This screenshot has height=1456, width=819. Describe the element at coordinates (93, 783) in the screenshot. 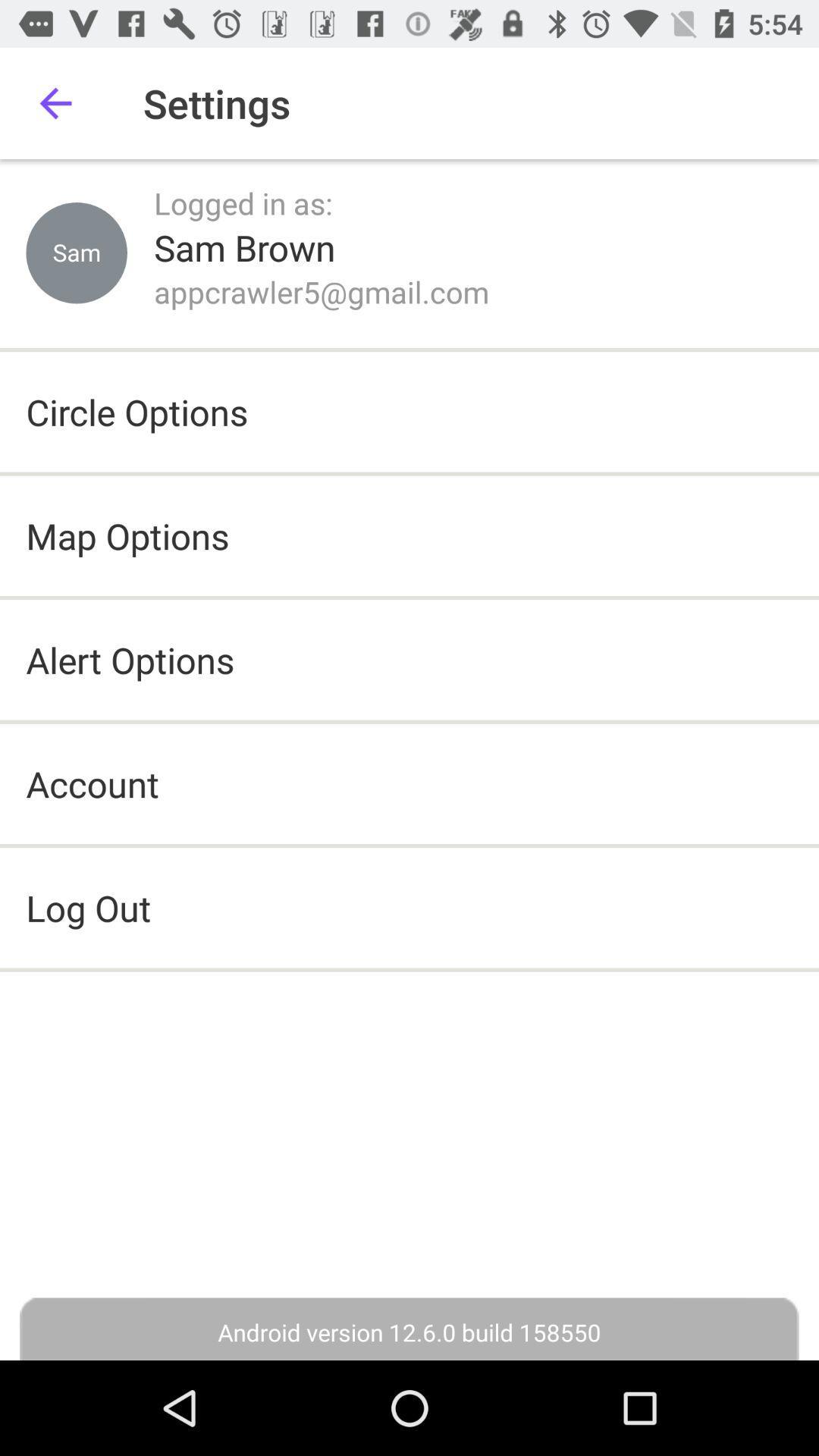

I see `account item` at that location.